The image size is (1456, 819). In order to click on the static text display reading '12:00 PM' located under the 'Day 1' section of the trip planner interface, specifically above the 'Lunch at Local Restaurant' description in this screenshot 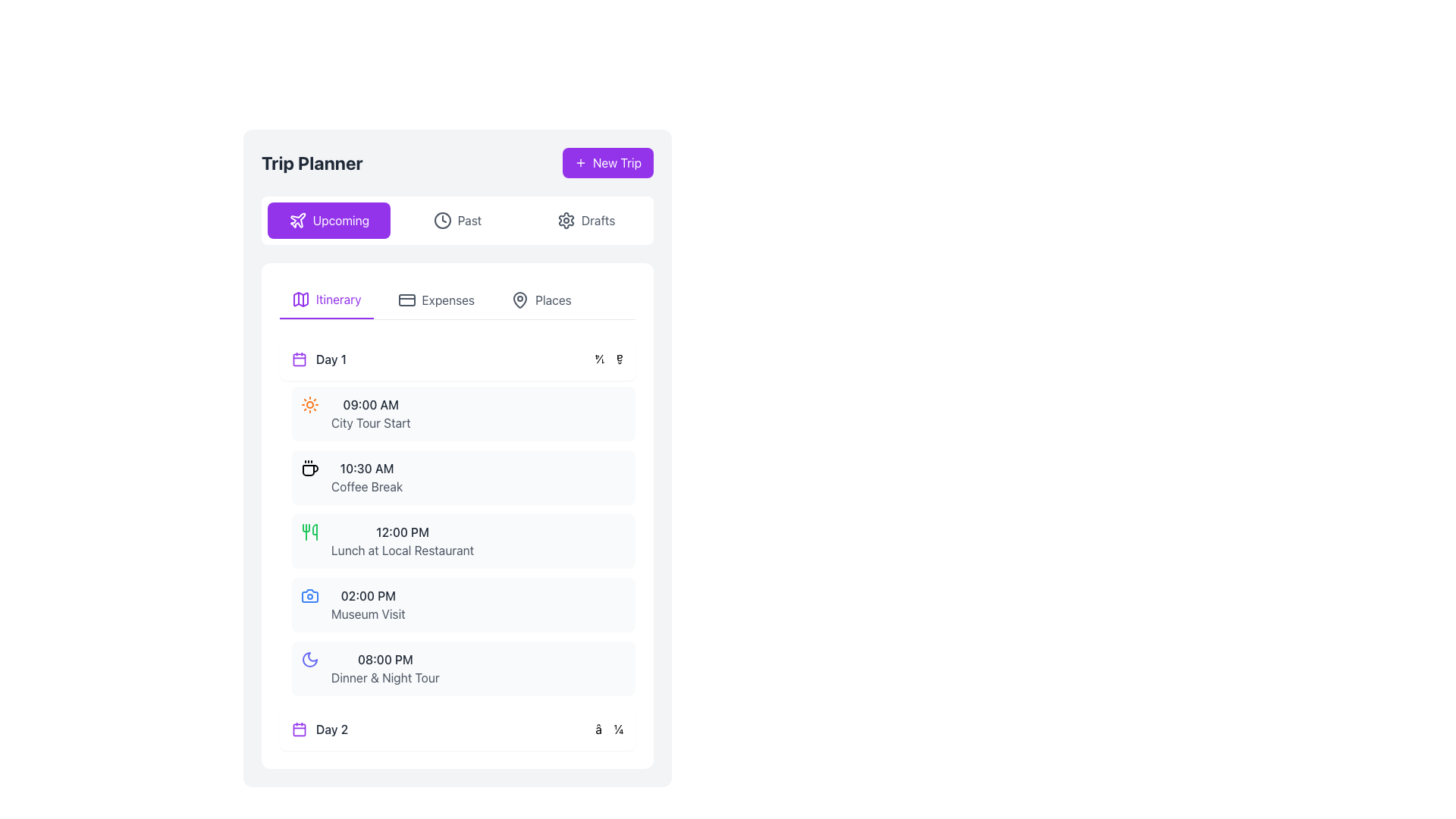, I will do `click(403, 532)`.